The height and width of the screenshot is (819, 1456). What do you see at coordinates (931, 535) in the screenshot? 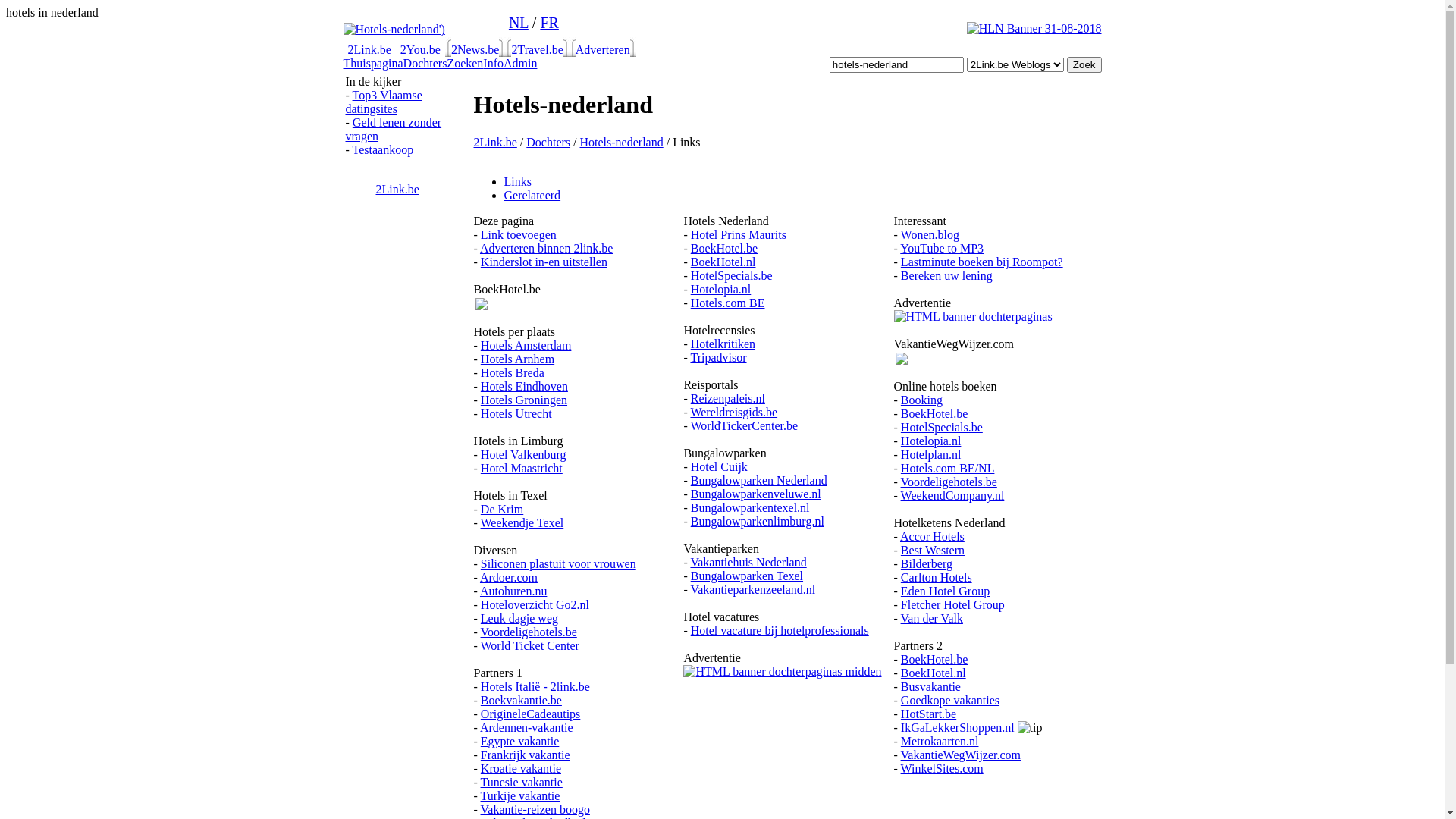
I see `'Accor Hotels'` at bounding box center [931, 535].